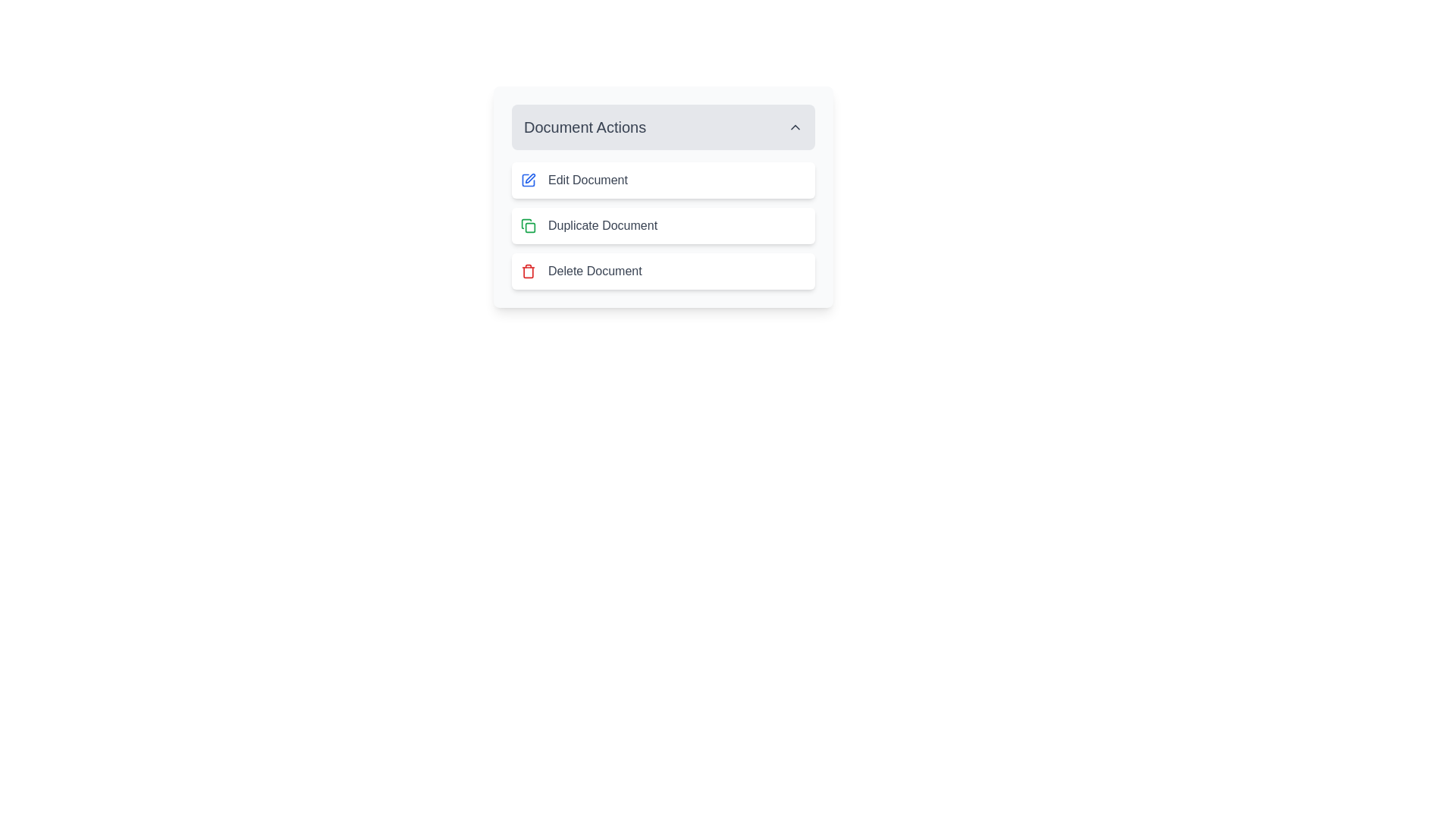 The image size is (1456, 819). What do you see at coordinates (795, 127) in the screenshot?
I see `the chevron up icon located at the rightmost edge of the 'Document Actions' section` at bounding box center [795, 127].